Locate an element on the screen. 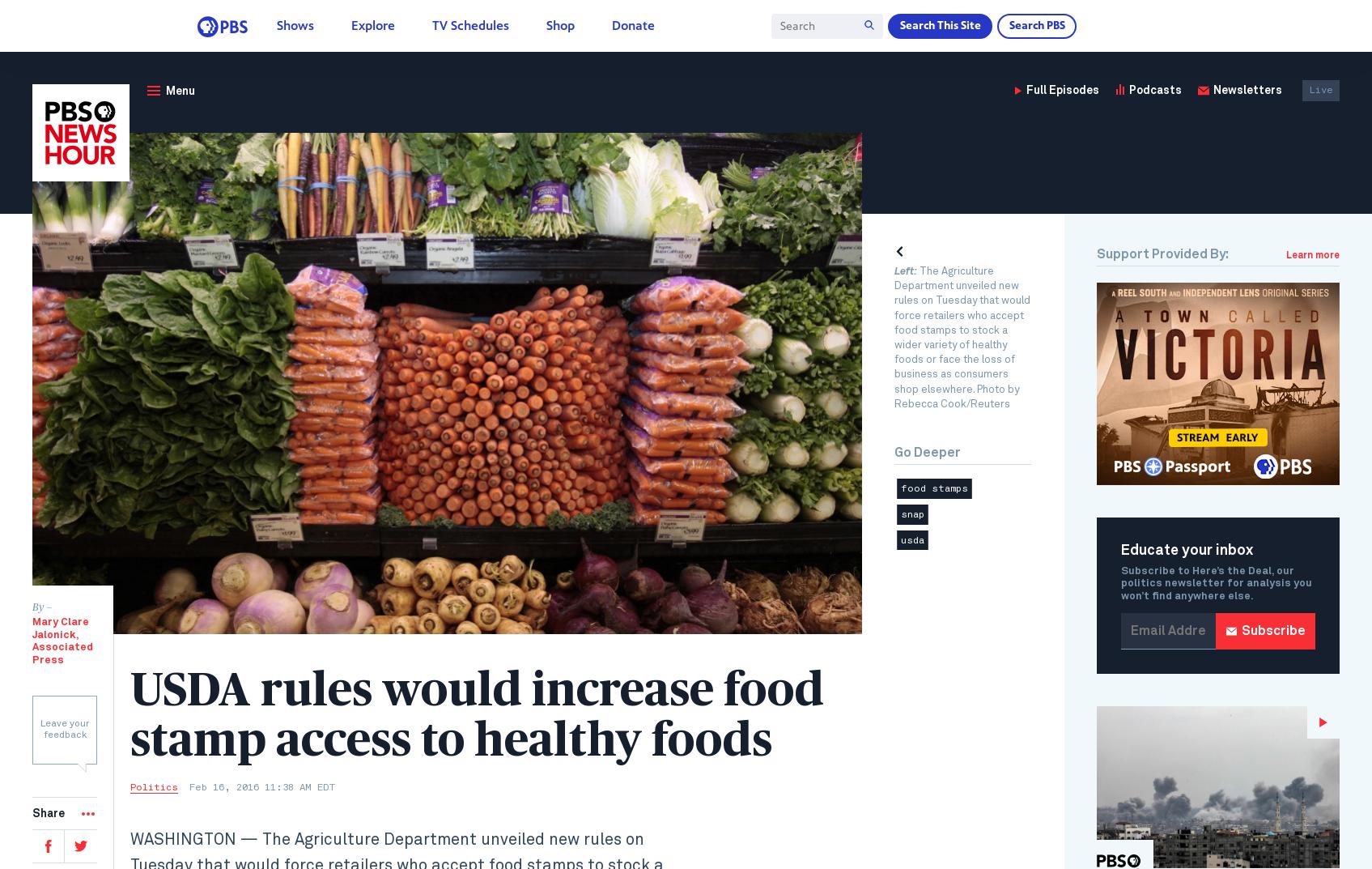 This screenshot has height=869, width=1372. 'Live' is located at coordinates (1319, 91).